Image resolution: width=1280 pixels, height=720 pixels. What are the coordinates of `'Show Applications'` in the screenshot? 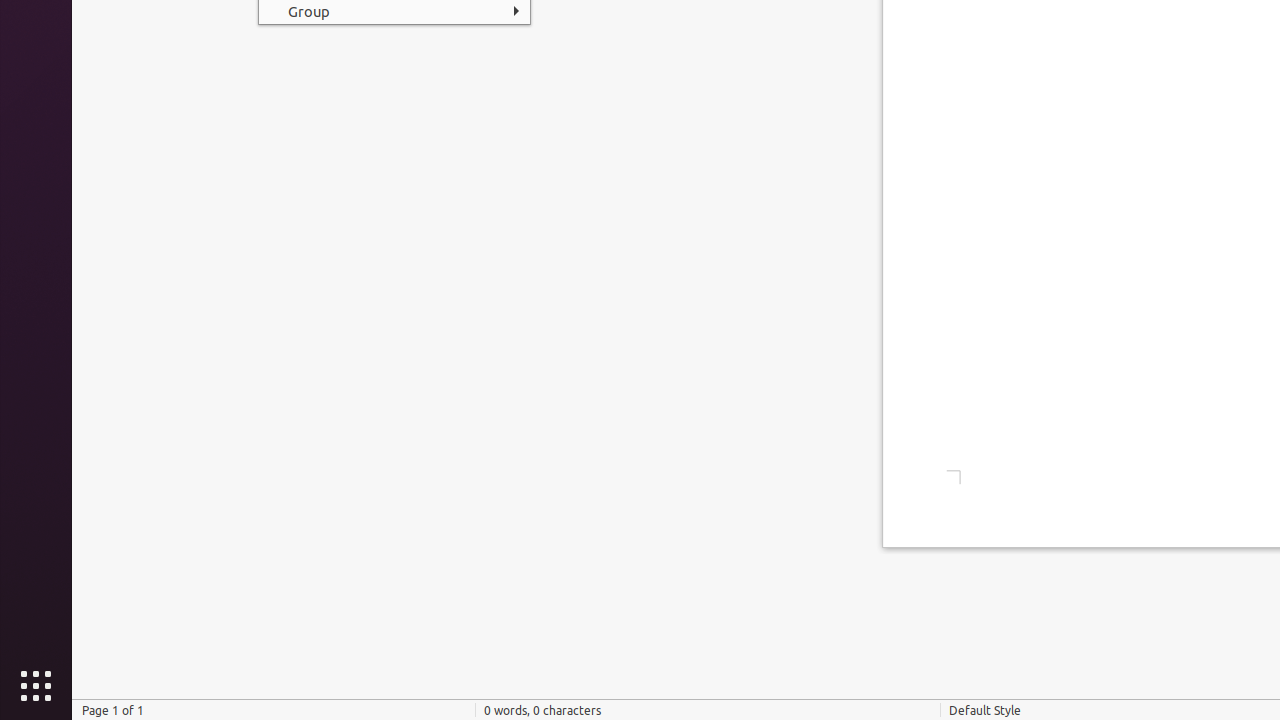 It's located at (35, 685).